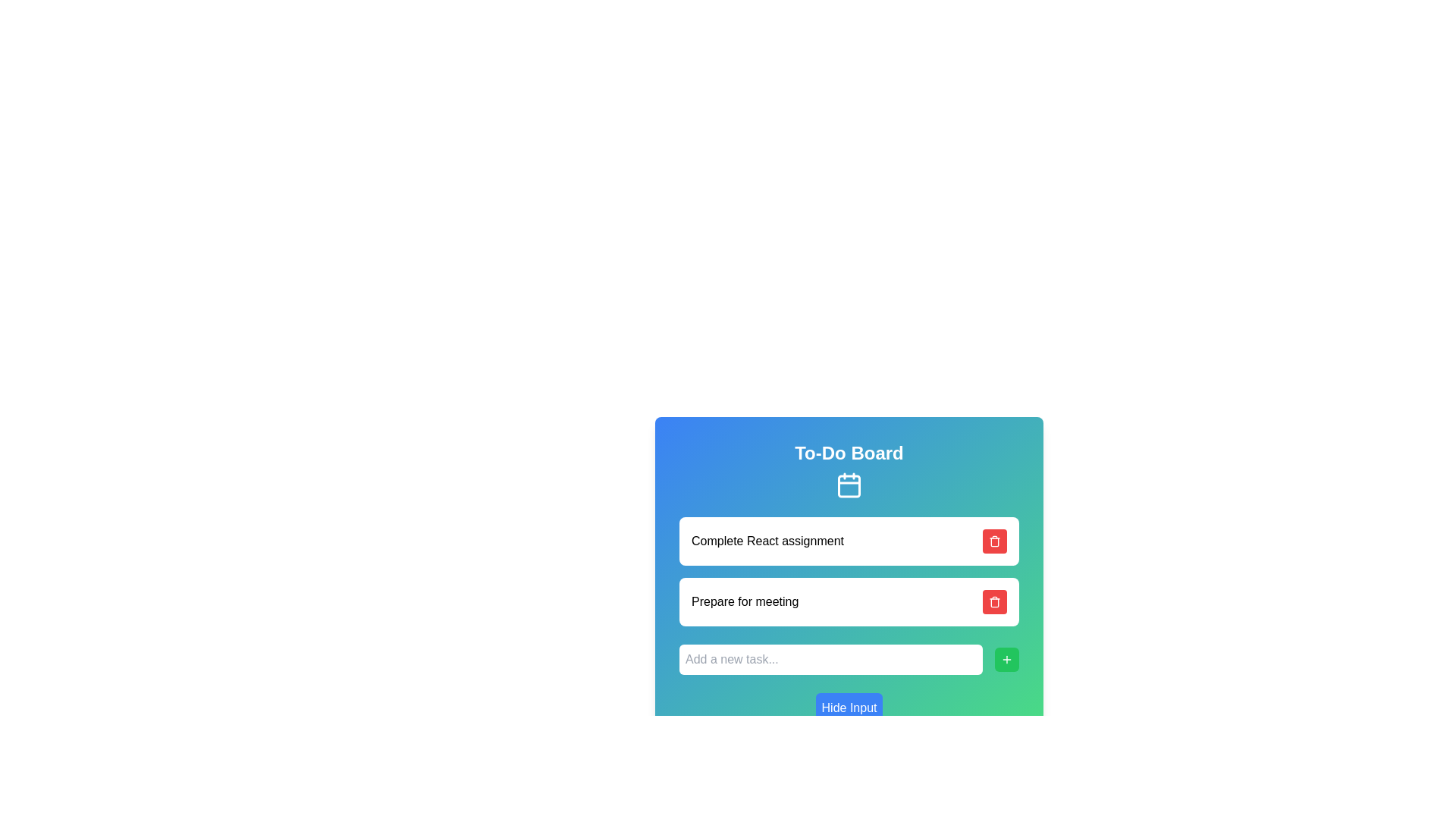 The width and height of the screenshot is (1456, 819). I want to click on the trash icon button associated with the second task labeled 'Prepare for meeting' in the to-do list, so click(994, 601).